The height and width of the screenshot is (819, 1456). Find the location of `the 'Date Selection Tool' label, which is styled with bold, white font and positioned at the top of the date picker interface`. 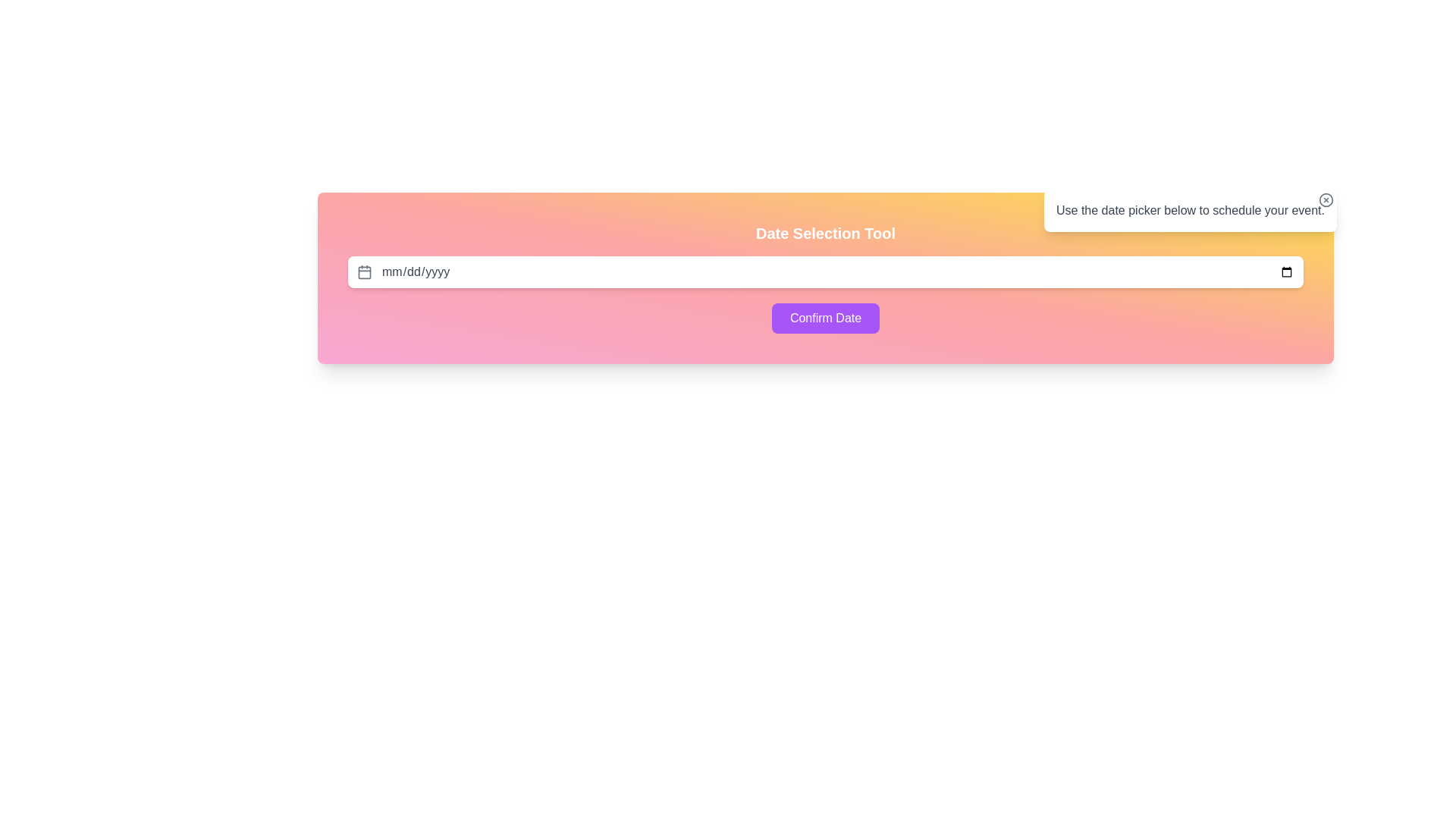

the 'Date Selection Tool' label, which is styled with bold, white font and positioned at the top of the date picker interface is located at coordinates (825, 234).